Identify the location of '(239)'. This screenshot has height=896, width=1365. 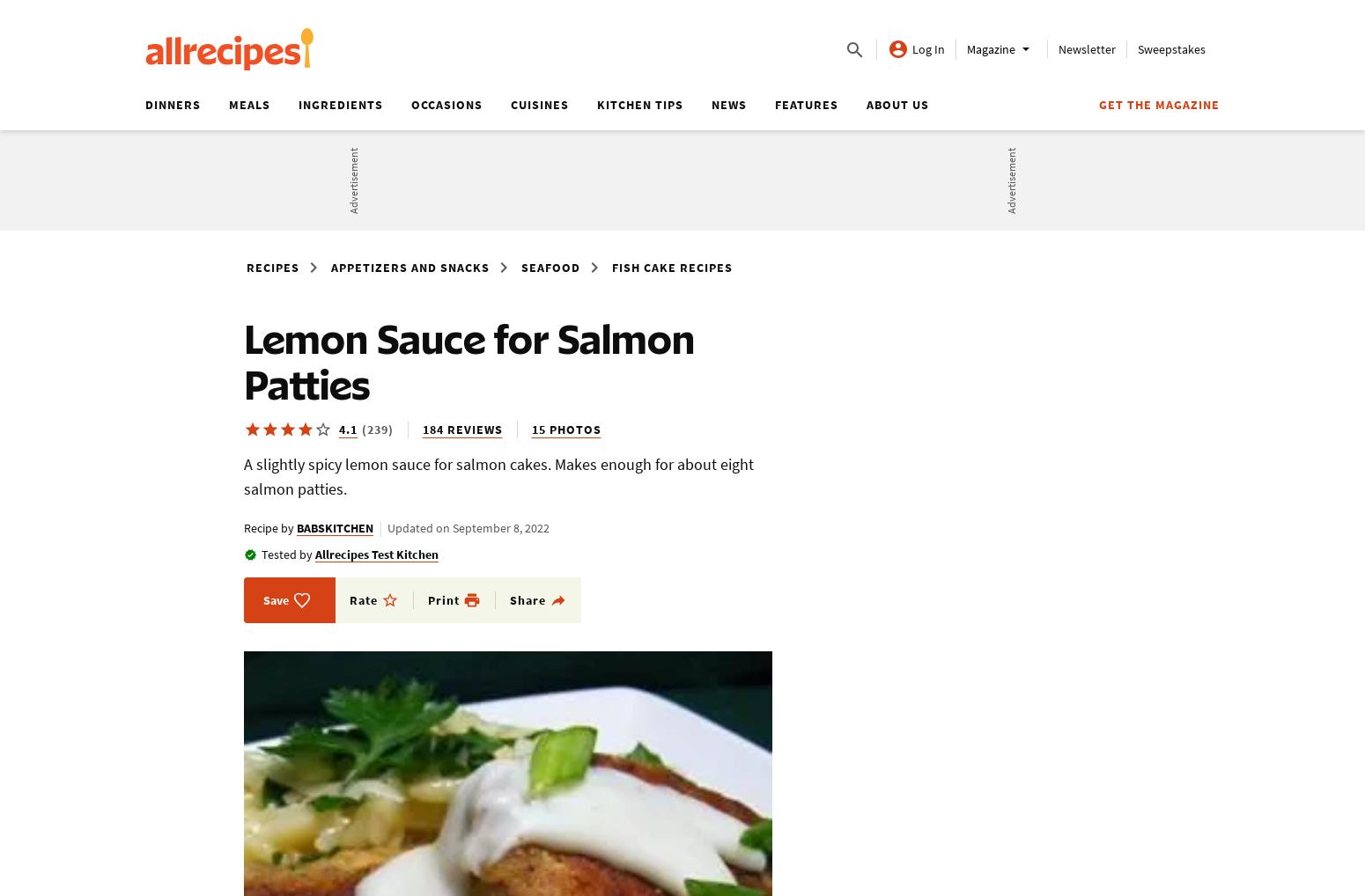
(376, 430).